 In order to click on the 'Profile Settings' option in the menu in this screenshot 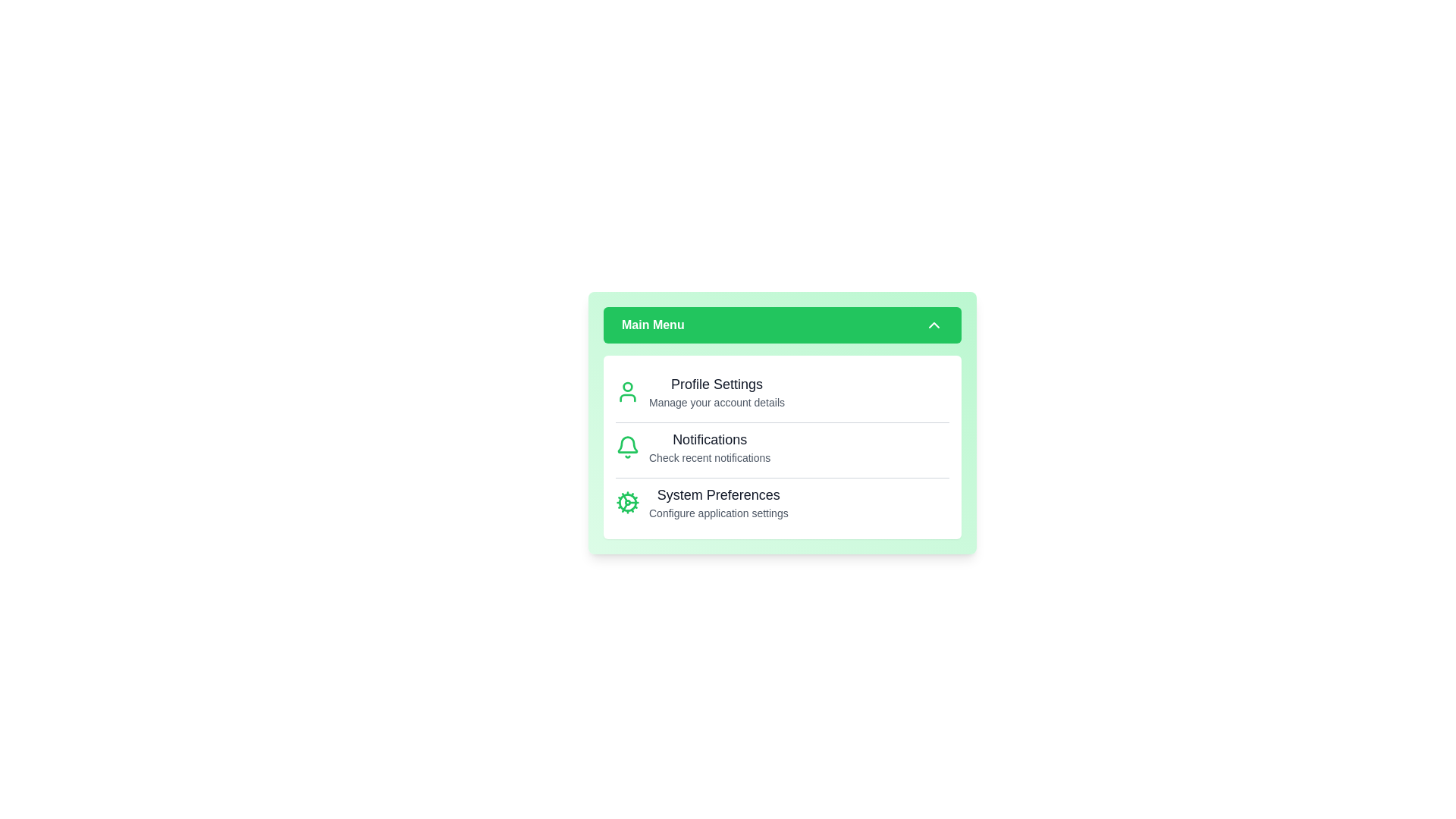, I will do `click(716, 383)`.